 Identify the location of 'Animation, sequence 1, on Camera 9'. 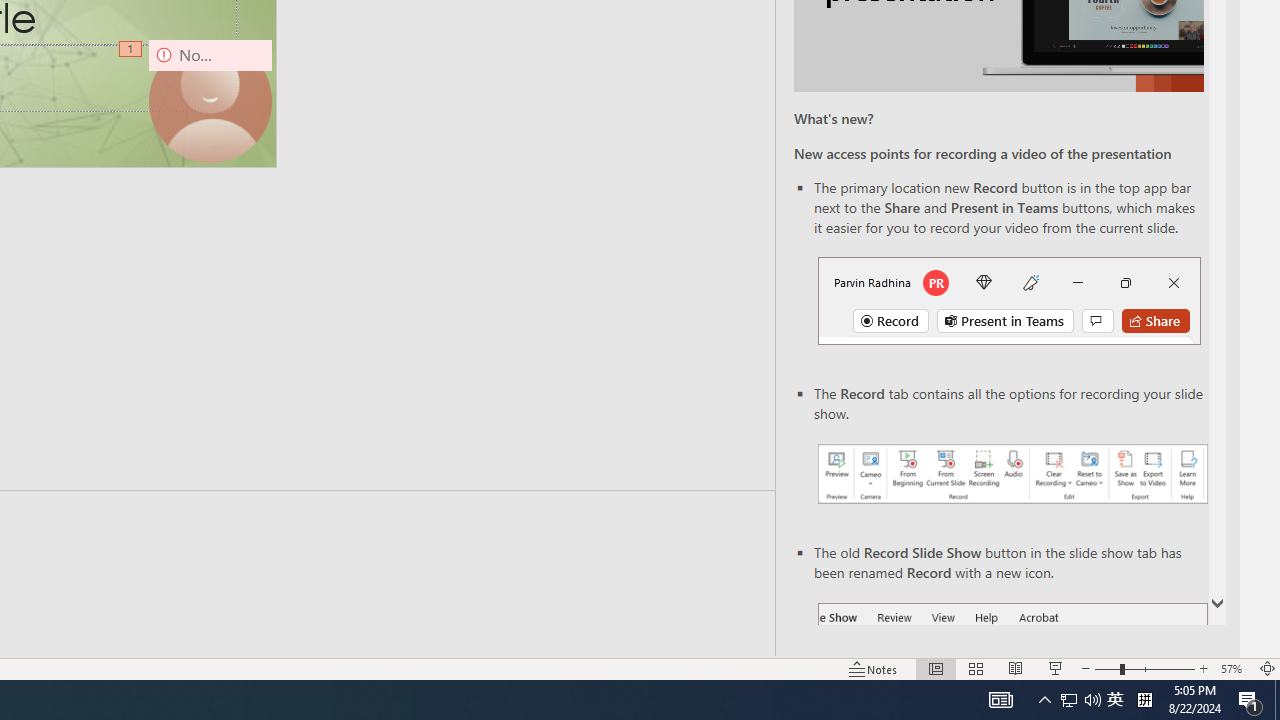
(130, 49).